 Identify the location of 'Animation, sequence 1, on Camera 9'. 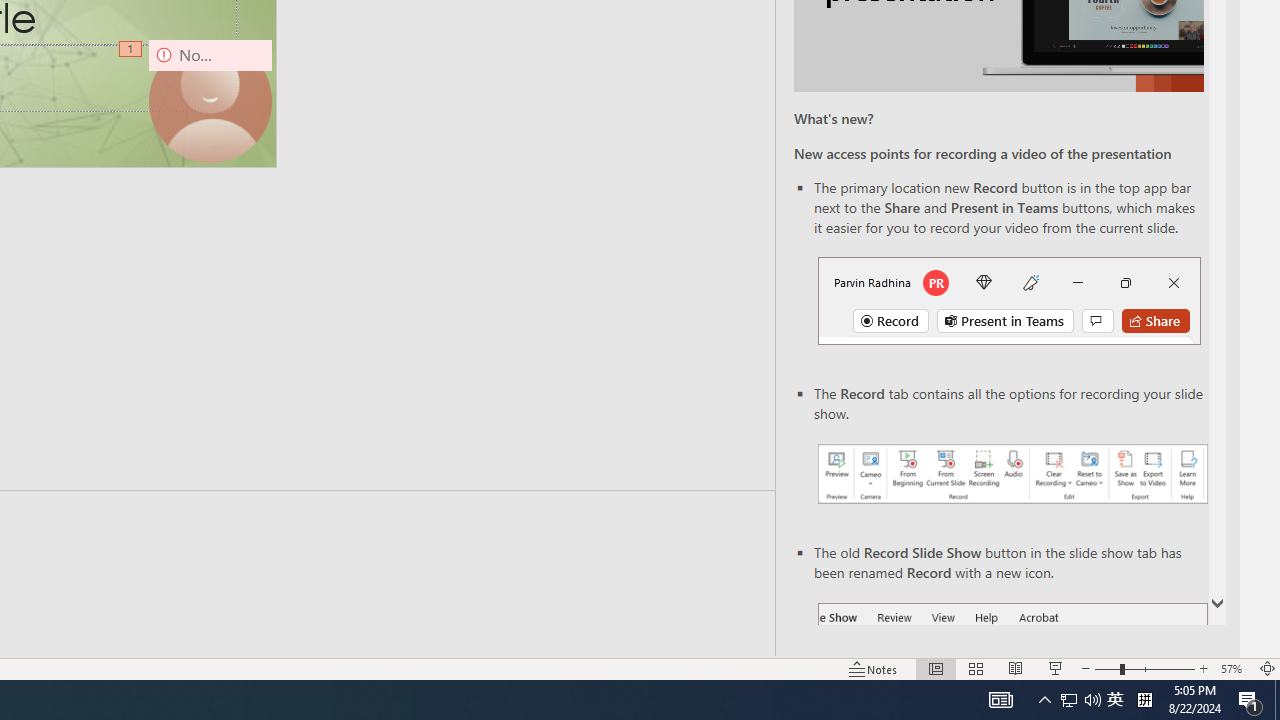
(130, 49).